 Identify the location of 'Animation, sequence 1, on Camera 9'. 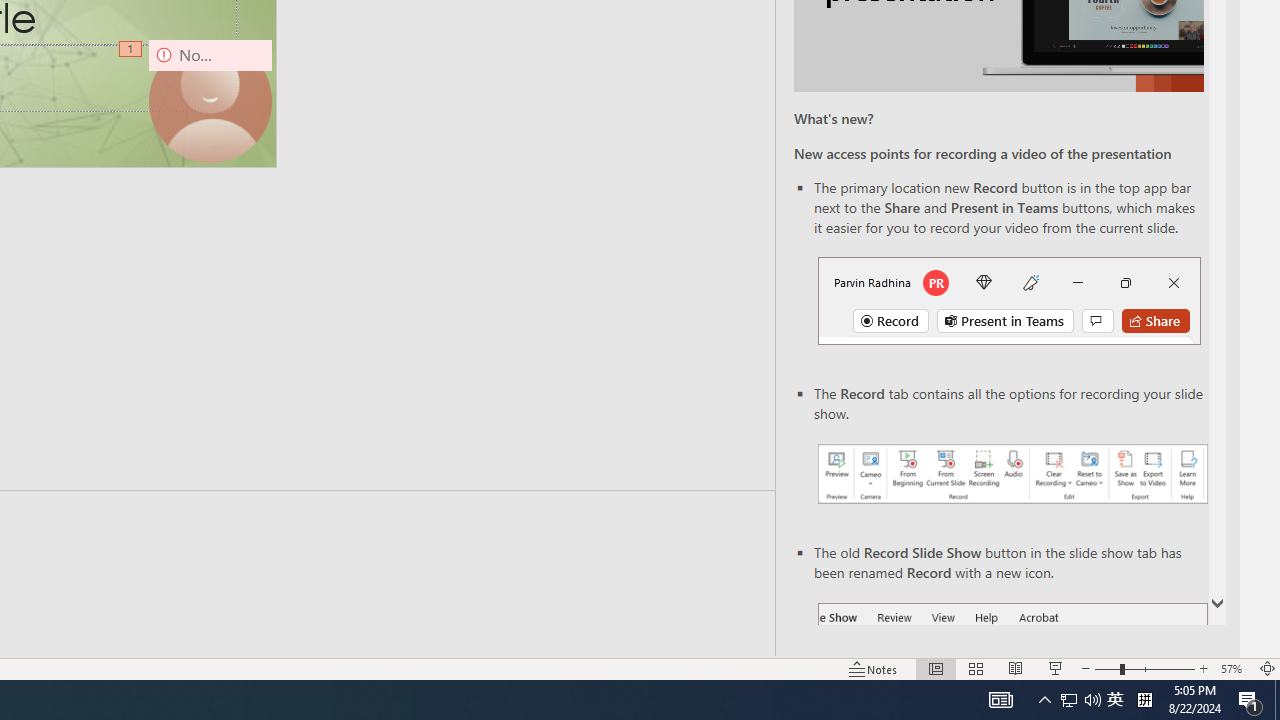
(130, 49).